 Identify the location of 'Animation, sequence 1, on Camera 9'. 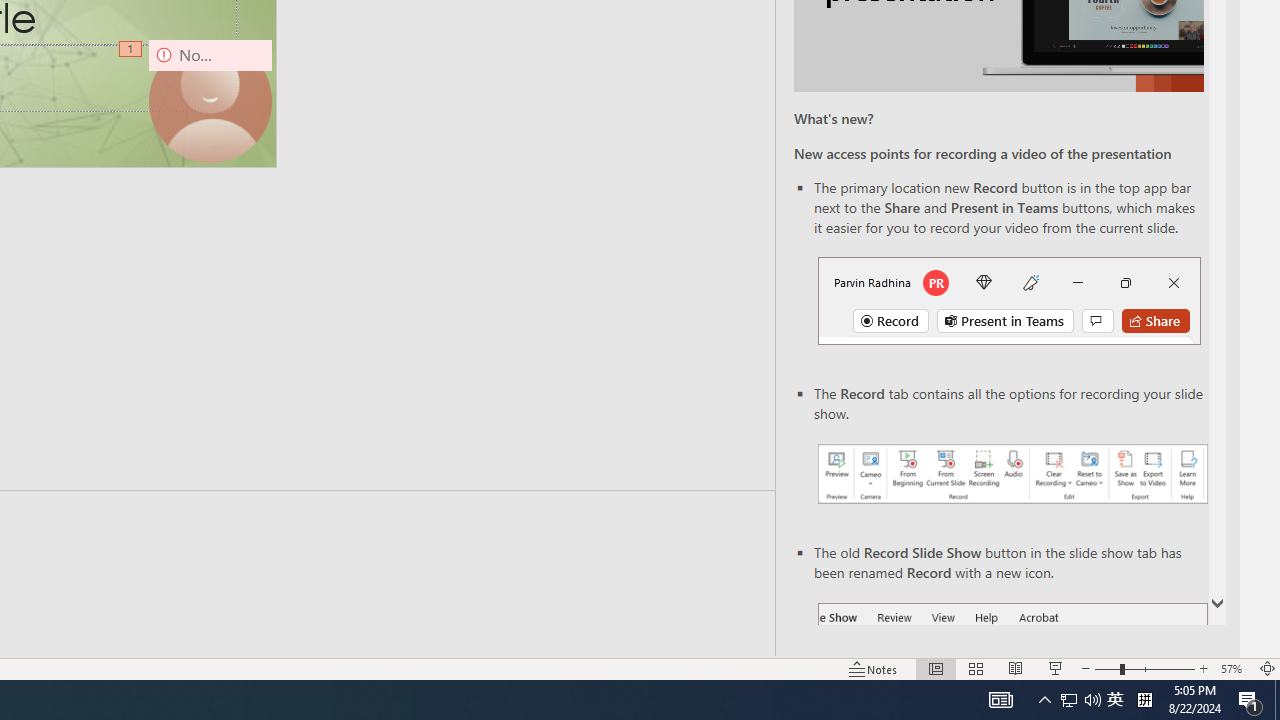
(130, 49).